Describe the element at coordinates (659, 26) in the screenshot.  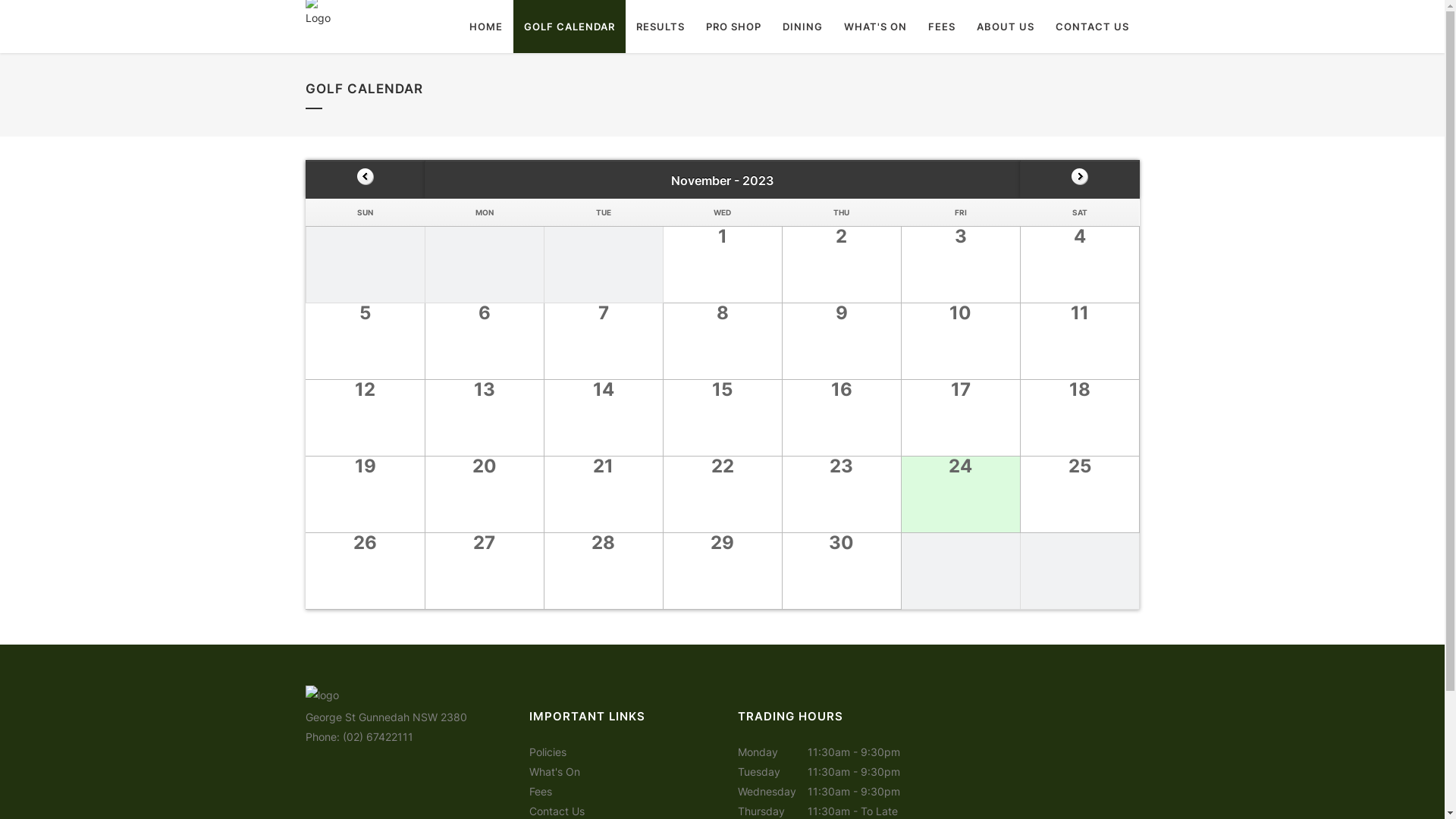
I see `'RESULTS'` at that location.